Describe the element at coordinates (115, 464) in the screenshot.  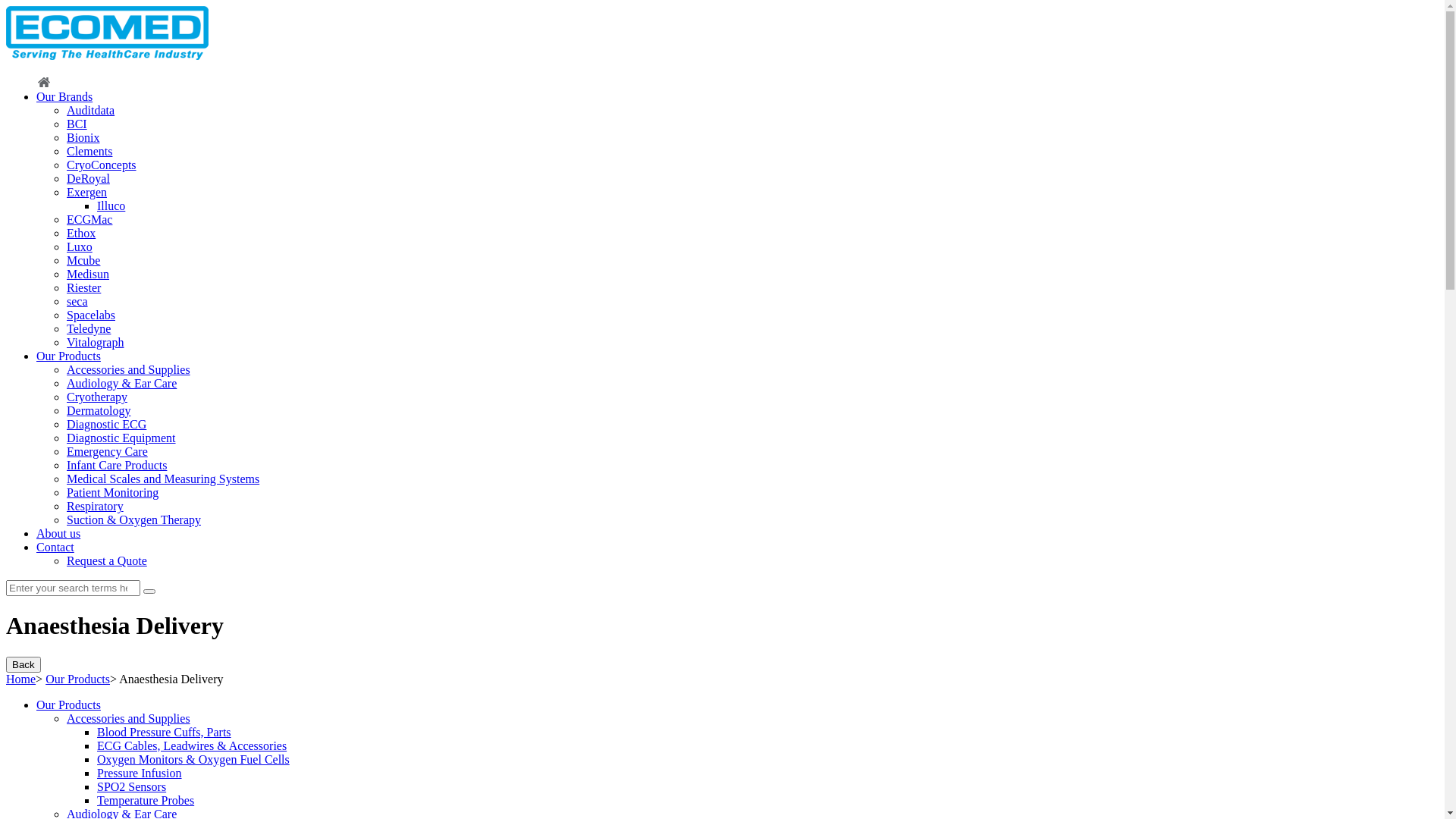
I see `'Infant Care Products'` at that location.